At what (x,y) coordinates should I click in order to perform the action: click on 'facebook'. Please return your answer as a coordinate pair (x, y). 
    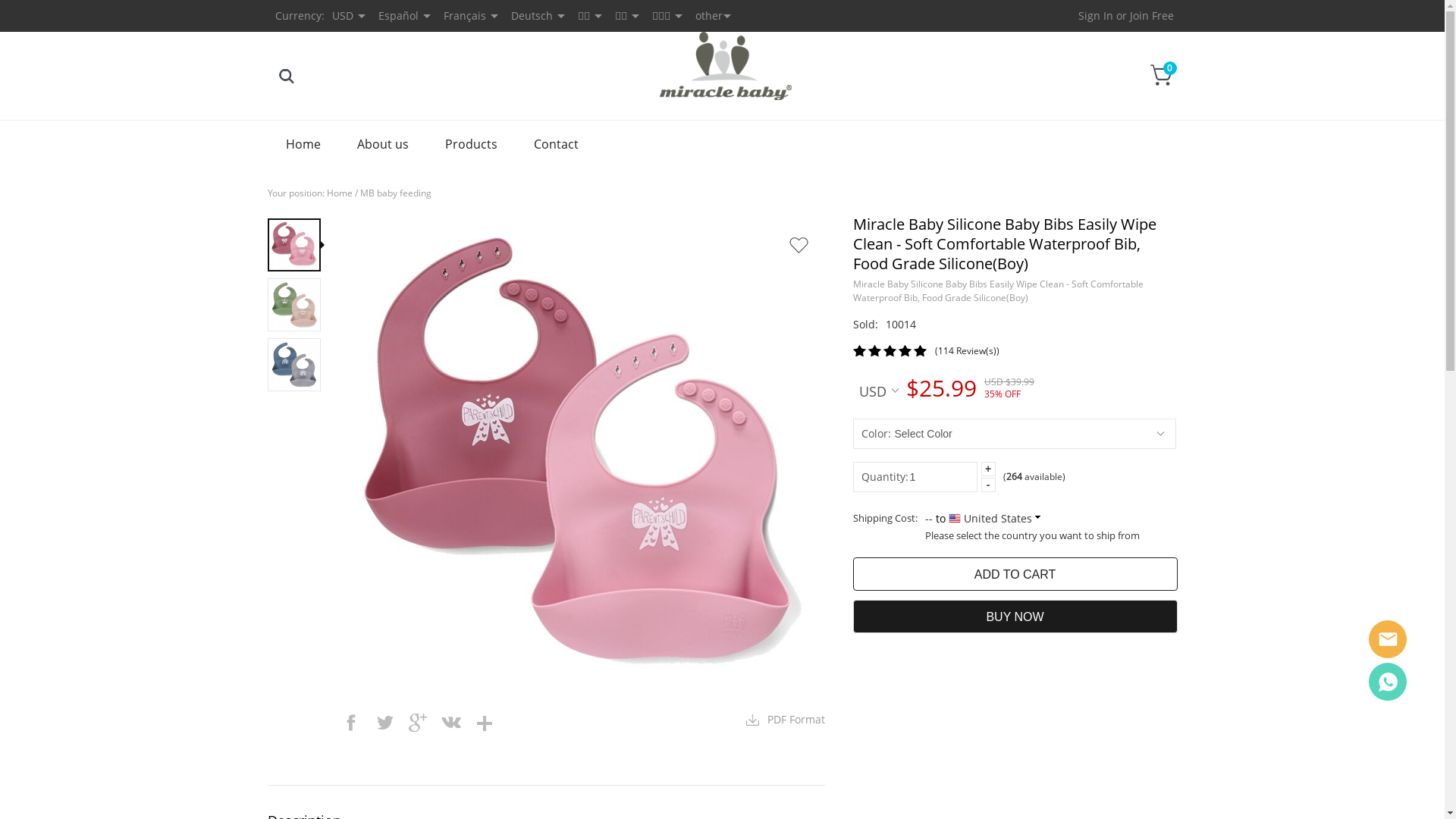
    Looking at the image, I should click on (334, 721).